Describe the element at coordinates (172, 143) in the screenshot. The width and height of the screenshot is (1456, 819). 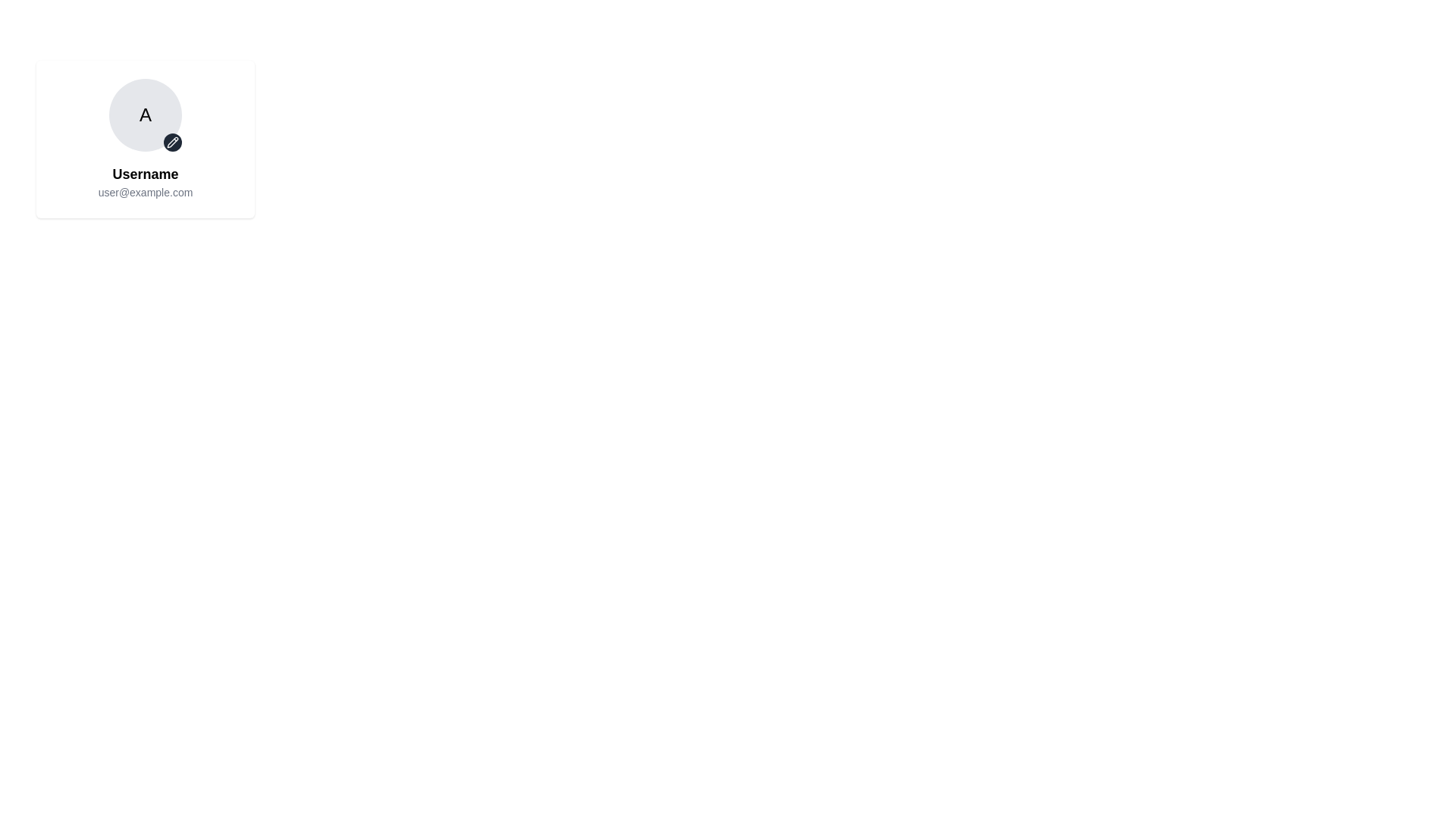
I see `the pencil icon located inside the circular button at the lower-right corner of the user profile card to initiate editing options` at that location.